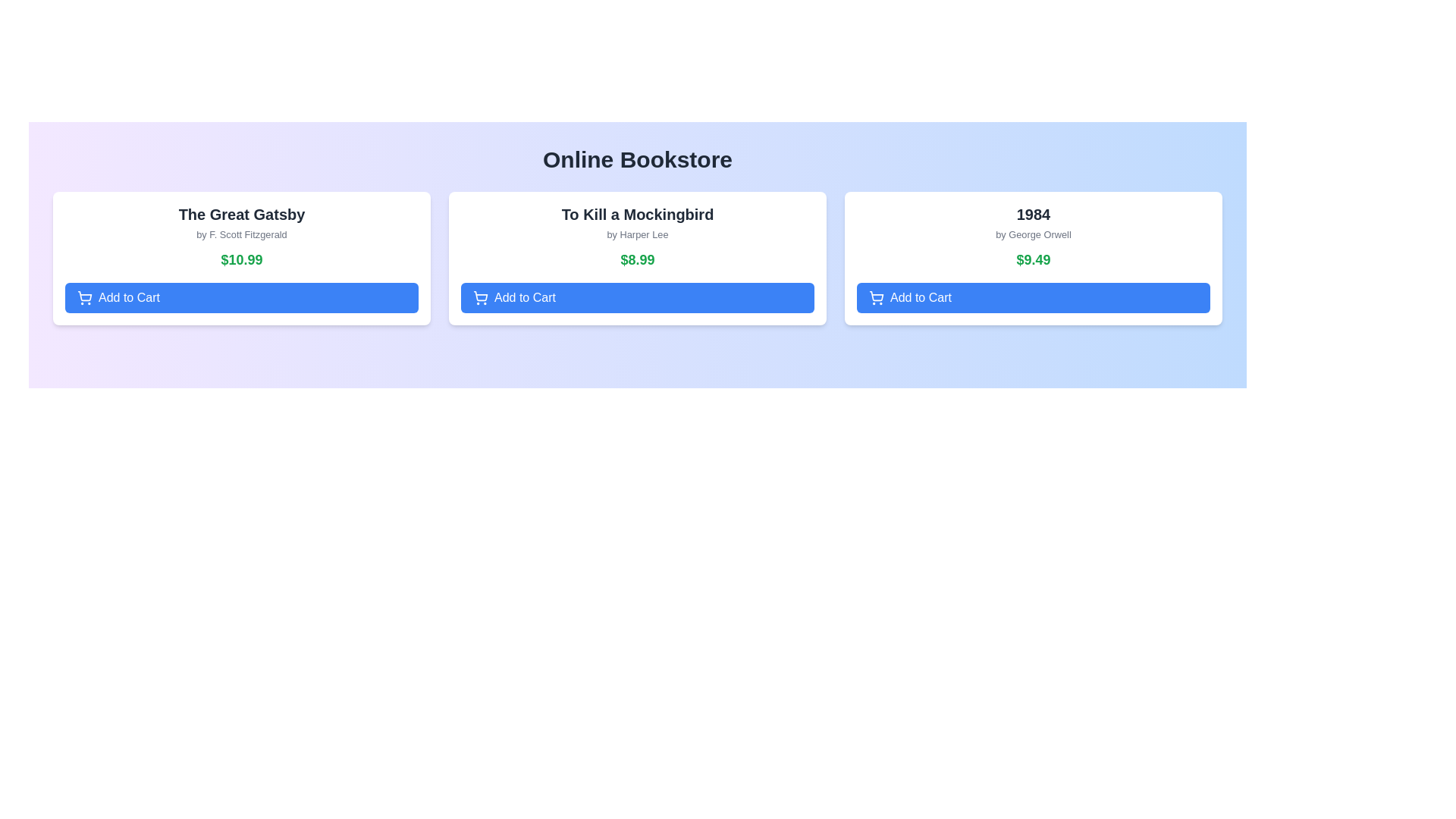  Describe the element at coordinates (240, 298) in the screenshot. I see `the button to add 'The Great Gatsby' to the cart, which is located at the bottom section of its card within the book grid layout` at that location.